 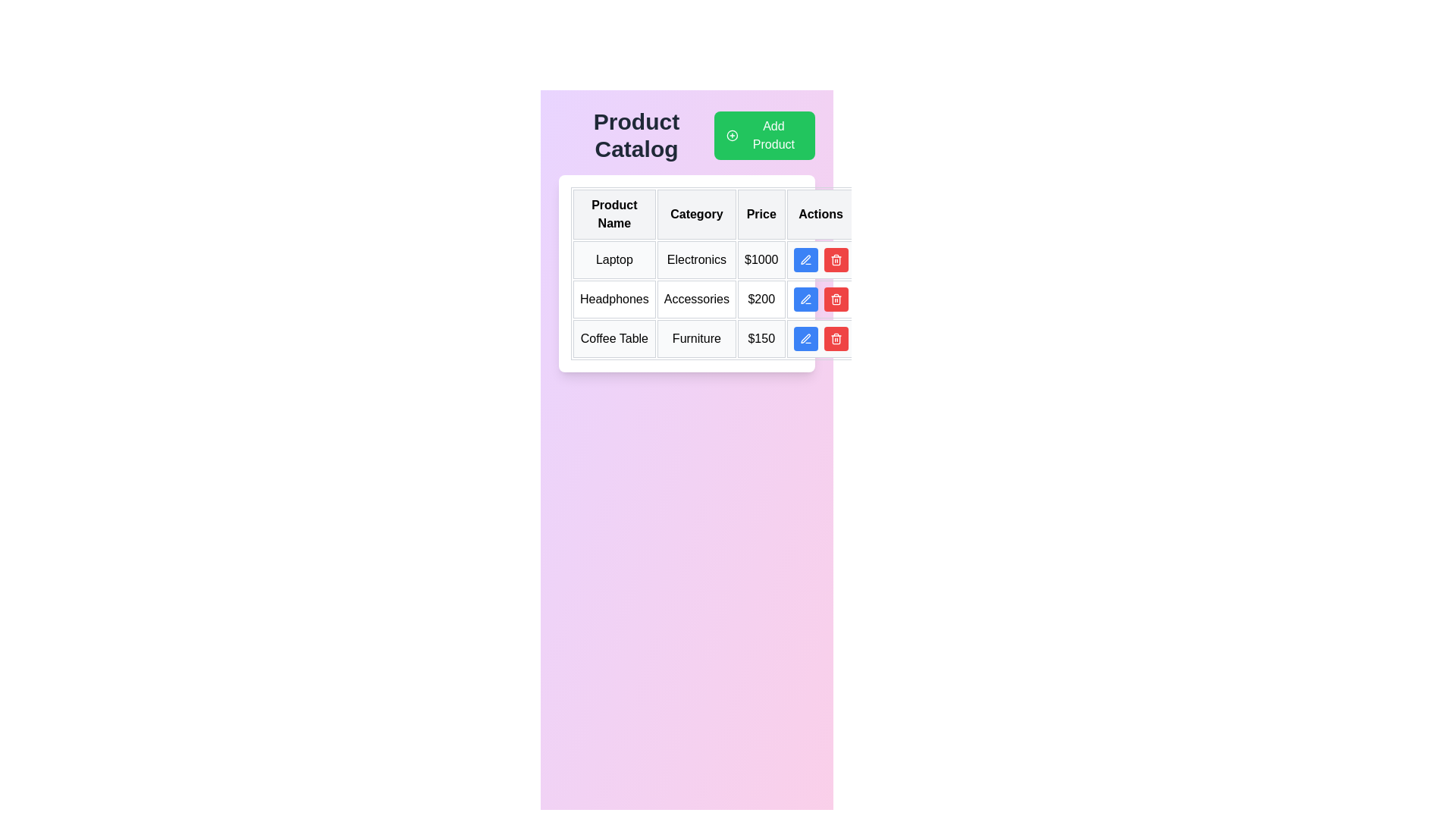 I want to click on the text label displaying 'Furniture', which is located, so click(x=695, y=338).